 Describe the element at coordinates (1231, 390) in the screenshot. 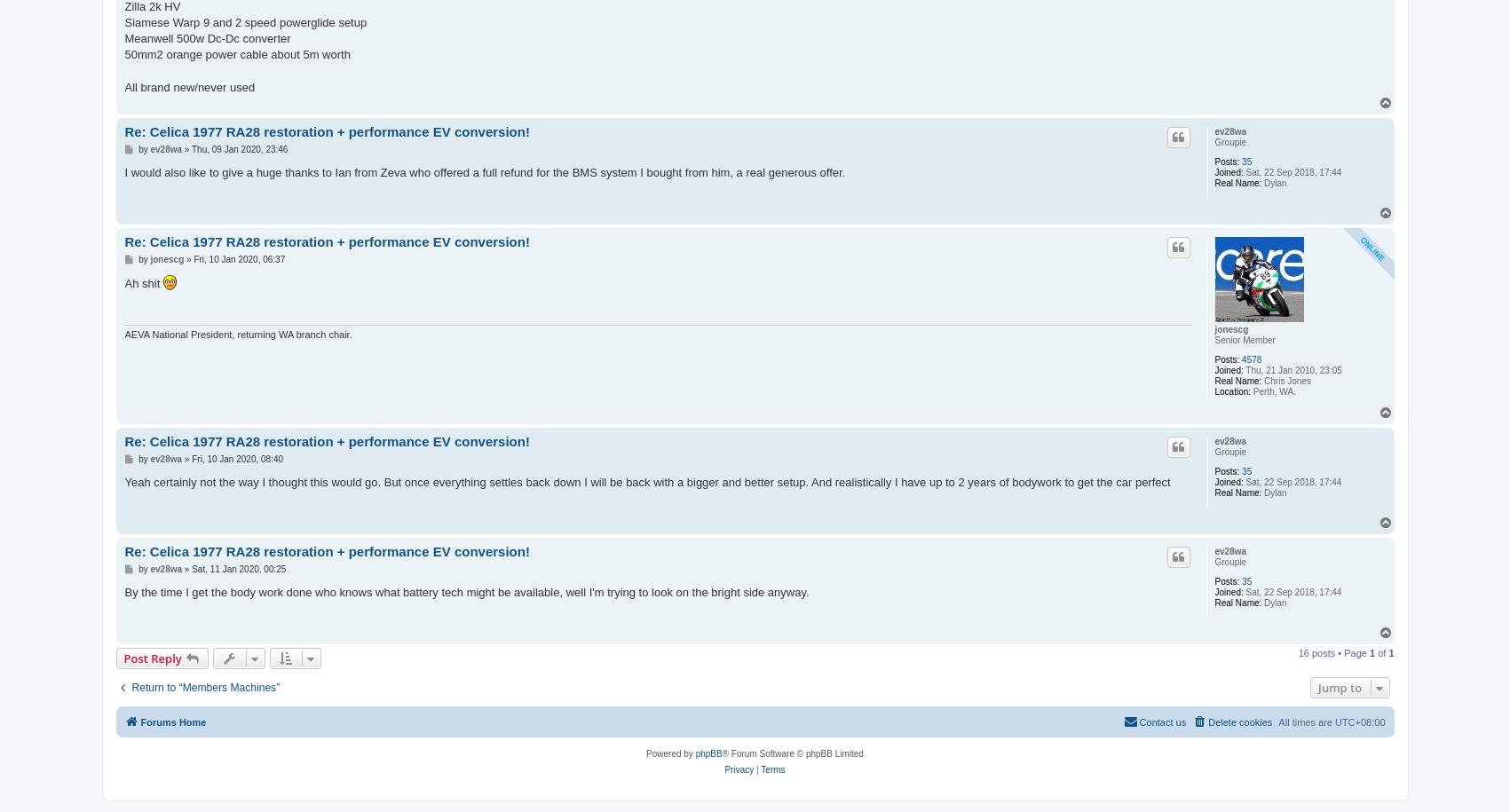

I see `'Location:'` at that location.